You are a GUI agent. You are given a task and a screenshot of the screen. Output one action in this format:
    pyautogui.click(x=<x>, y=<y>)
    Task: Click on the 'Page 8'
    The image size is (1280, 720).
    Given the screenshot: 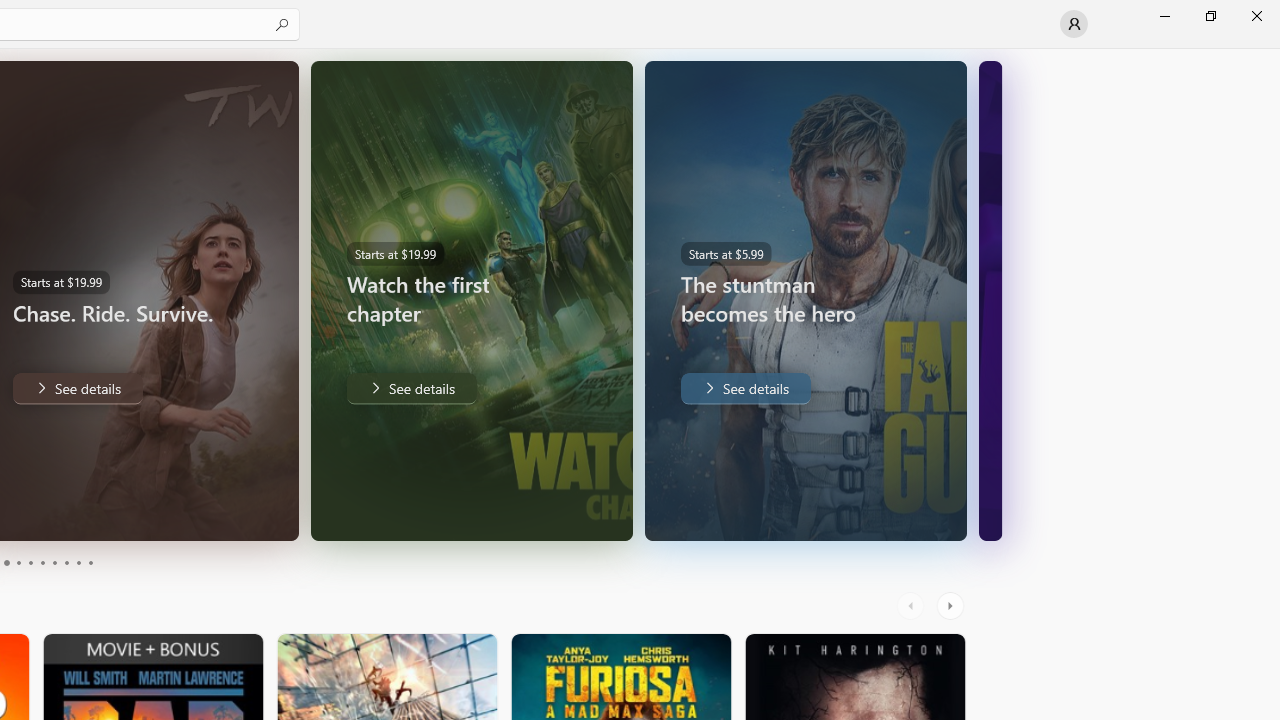 What is the action you would take?
    pyautogui.click(x=65, y=563)
    